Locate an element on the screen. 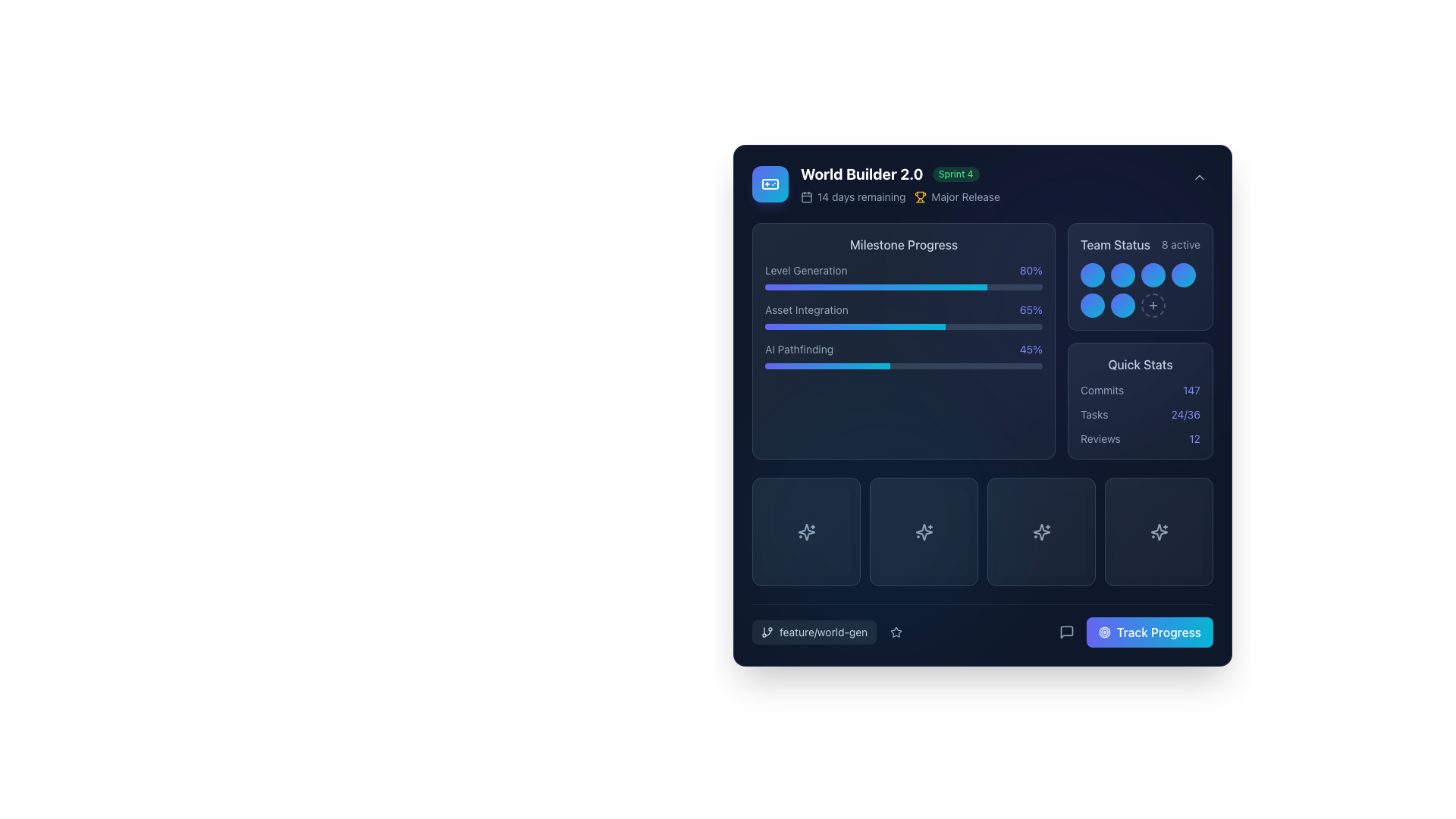  the progress indicator labeled 'AI Pathfinding' showing '45%' completion, located in the 'Milestone Progress' section is located at coordinates (903, 356).